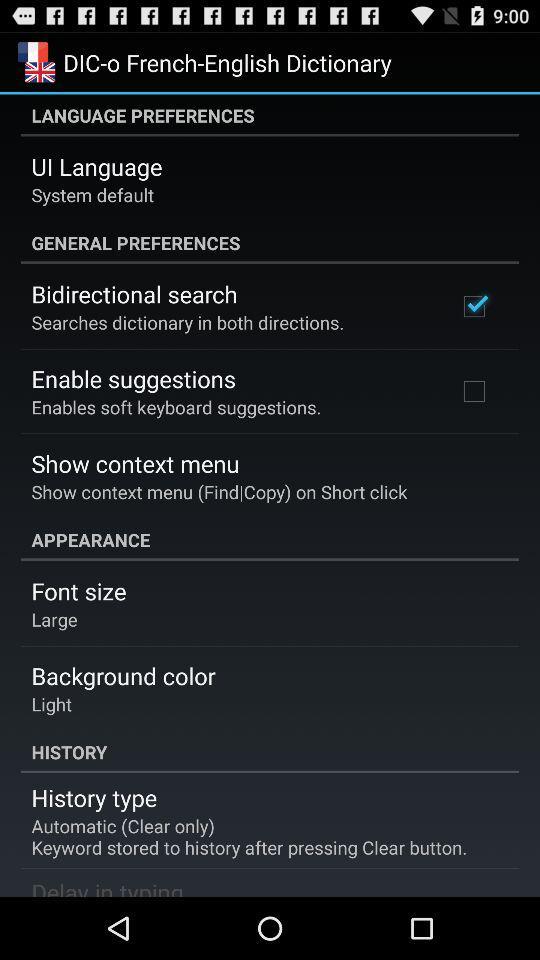 This screenshot has width=540, height=960. I want to click on the language preferences item, so click(270, 115).